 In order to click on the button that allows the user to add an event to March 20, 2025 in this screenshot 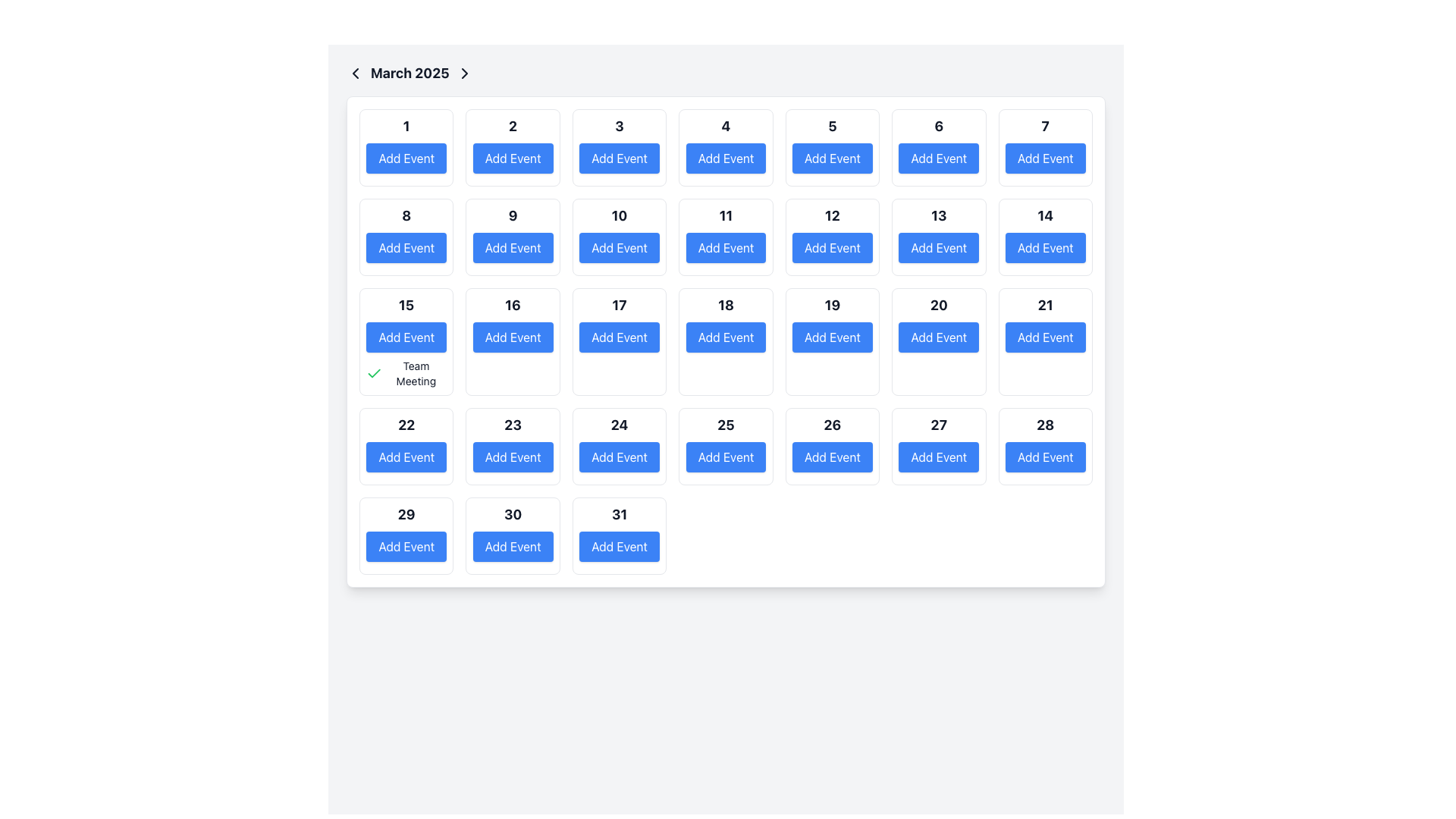, I will do `click(938, 336)`.